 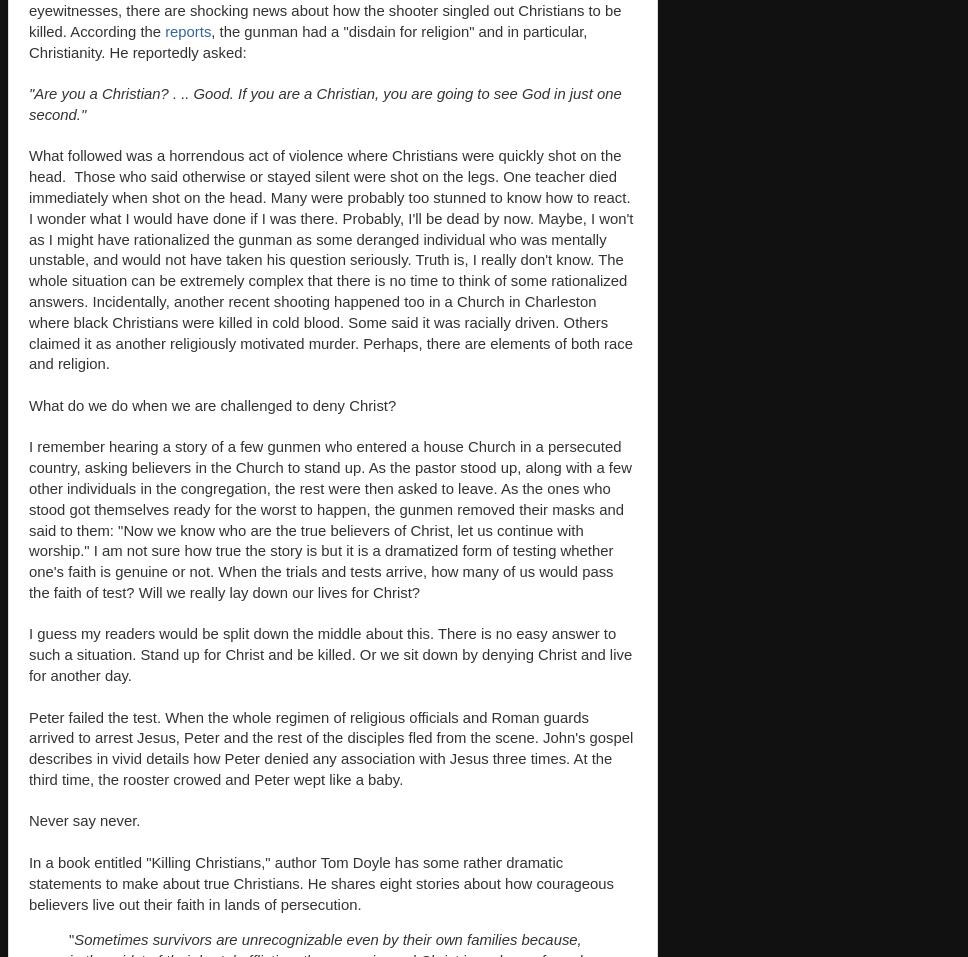 What do you see at coordinates (187, 30) in the screenshot?
I see `'reports'` at bounding box center [187, 30].